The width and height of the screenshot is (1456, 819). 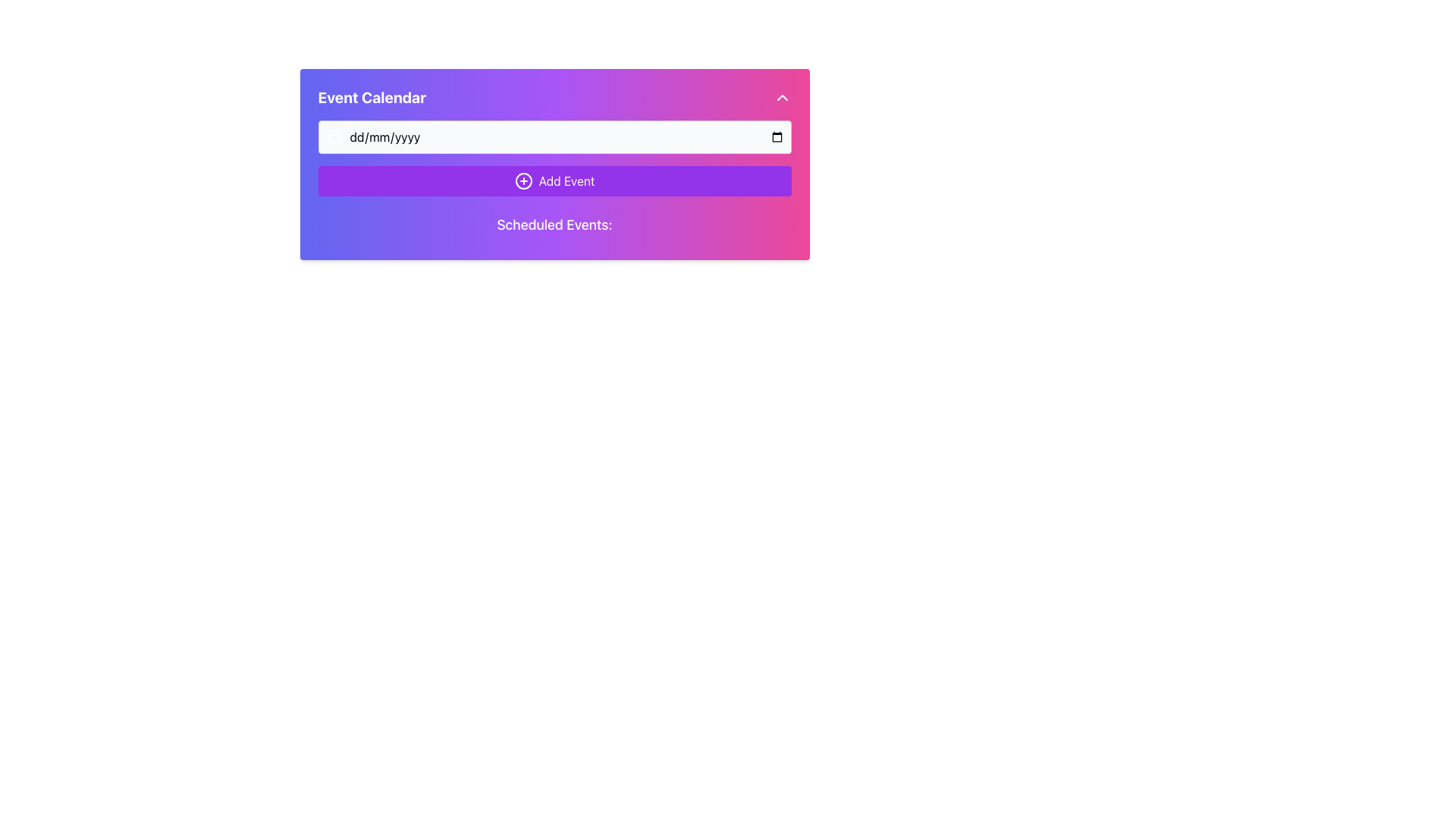 I want to click on the circular icon within the 'Add Event' button, so click(x=523, y=180).